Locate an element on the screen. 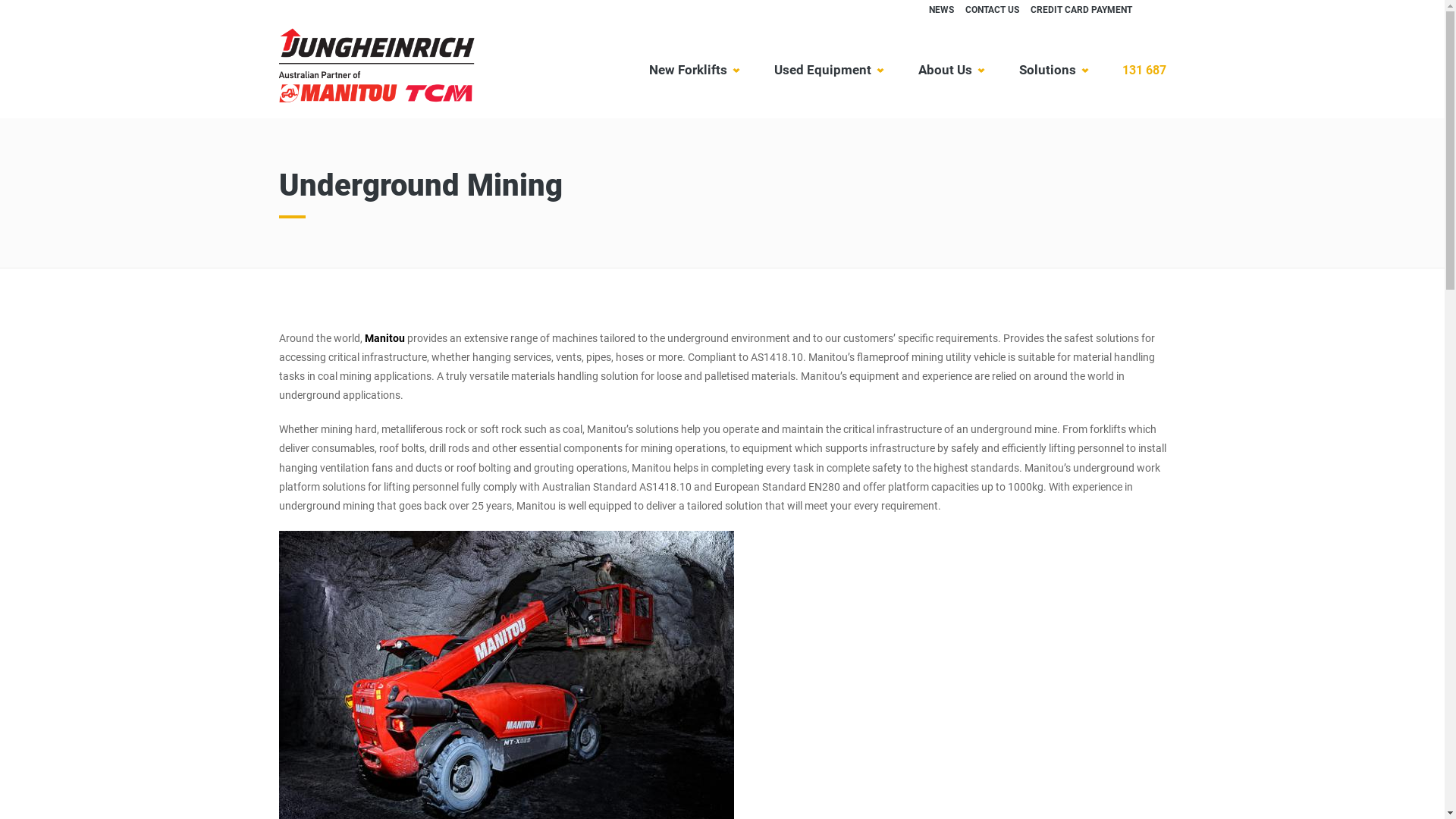 This screenshot has height=819, width=1456. 'Jungheinrich' is located at coordinates (378, 61).